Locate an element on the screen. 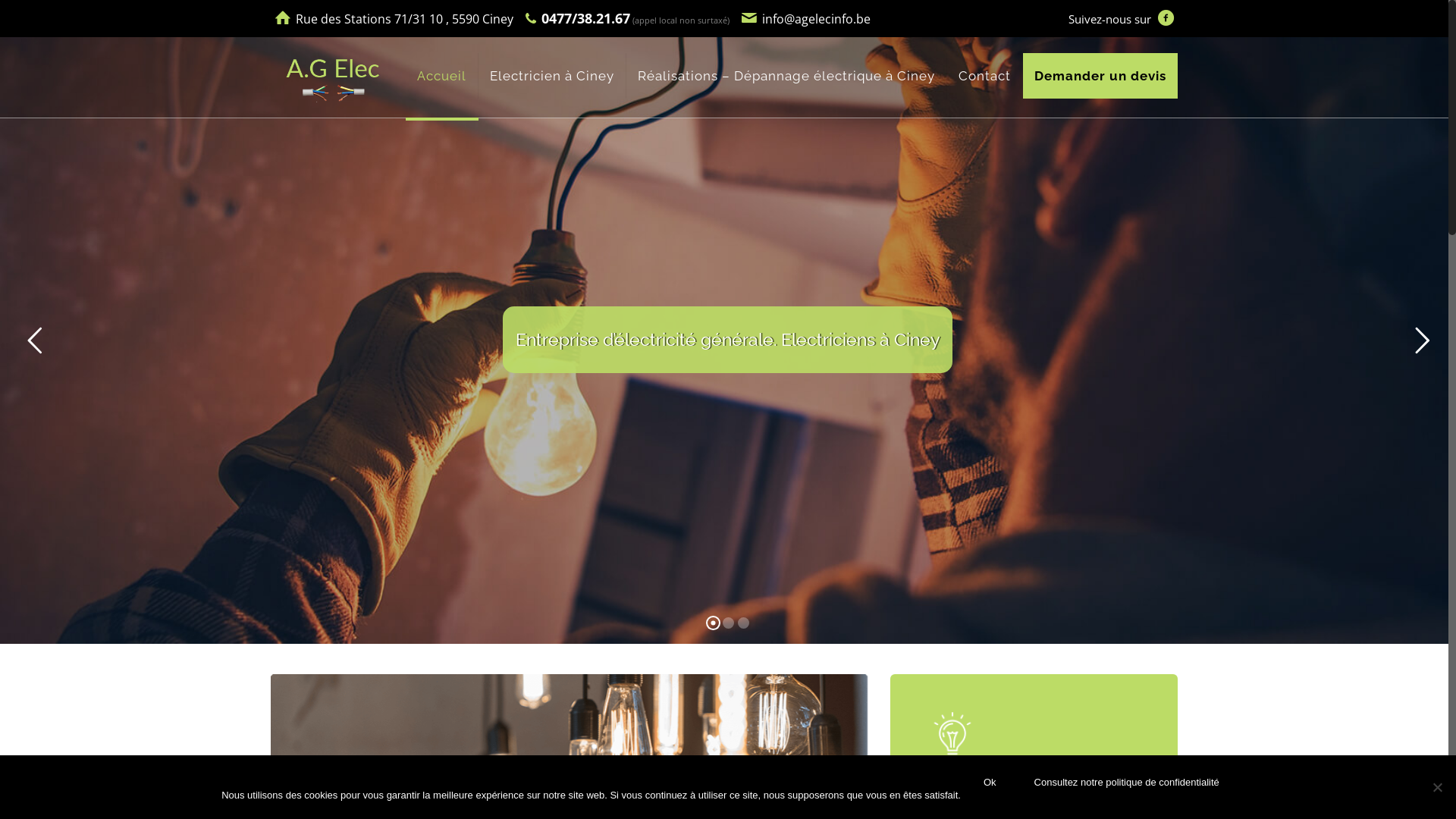 The height and width of the screenshot is (819, 1456). 'info@agelecinfo.be' is located at coordinates (815, 18).